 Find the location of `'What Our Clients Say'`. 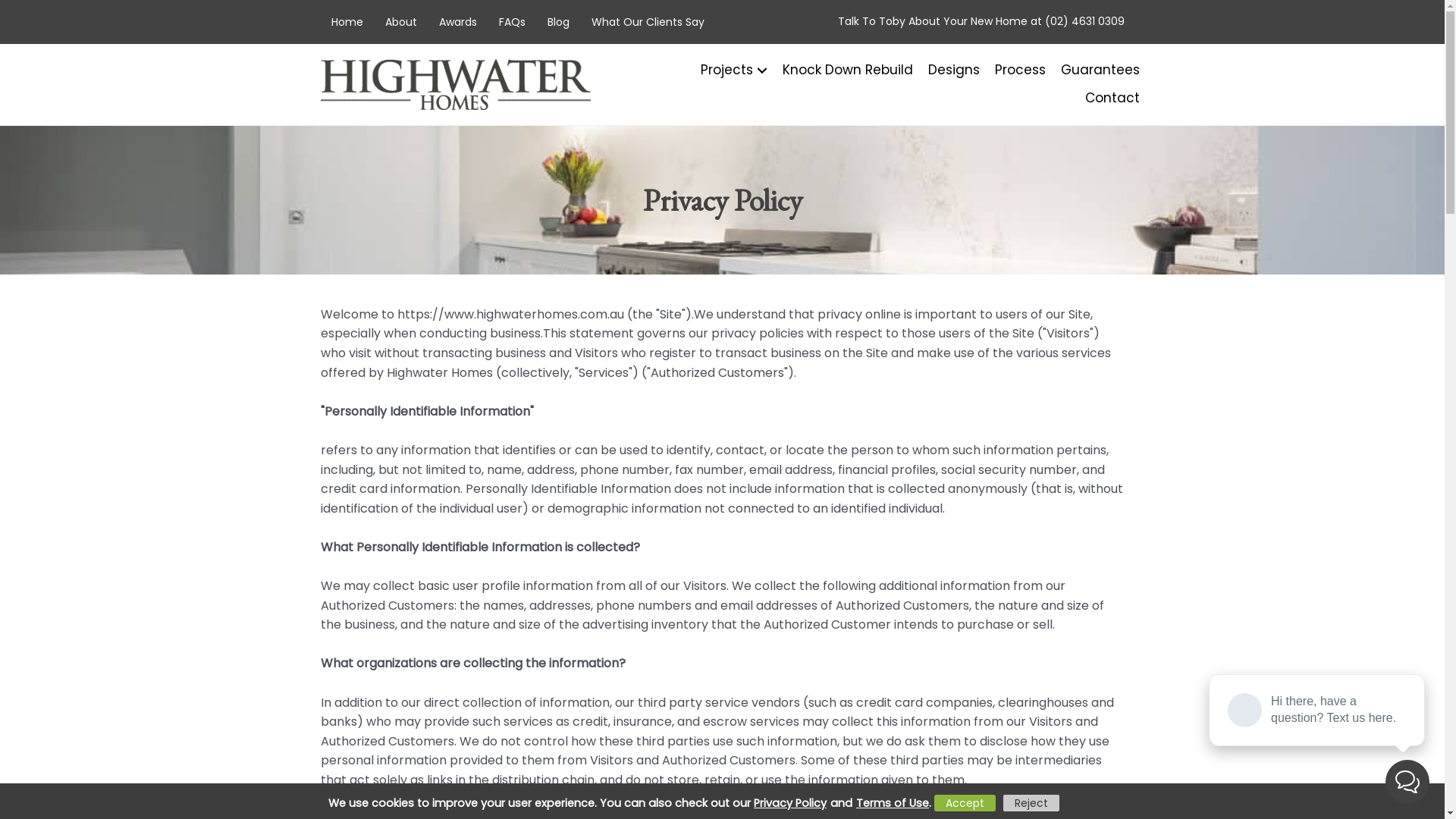

'What Our Clients Say' is located at coordinates (648, 22).